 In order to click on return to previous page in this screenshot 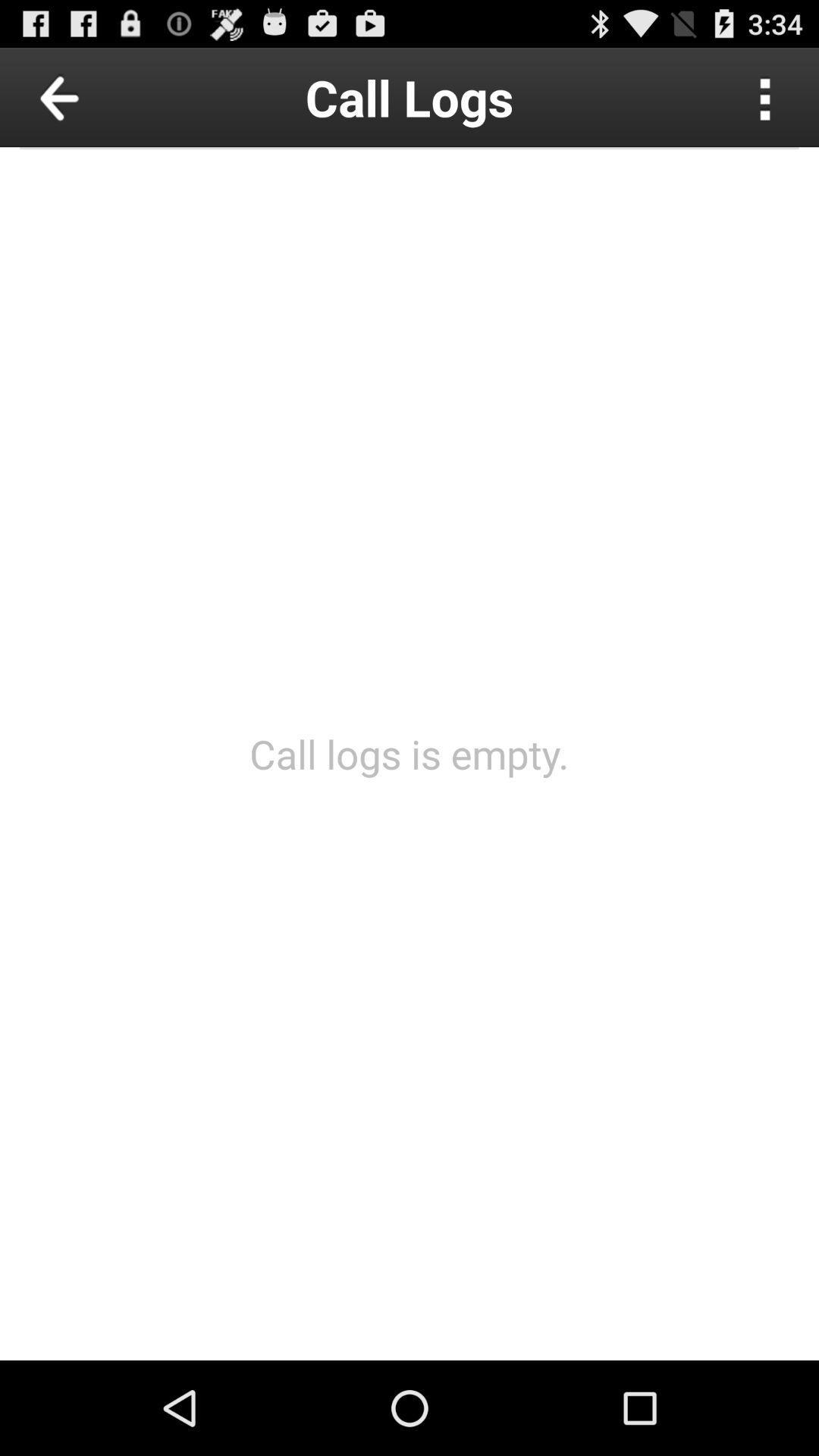, I will do `click(94, 96)`.